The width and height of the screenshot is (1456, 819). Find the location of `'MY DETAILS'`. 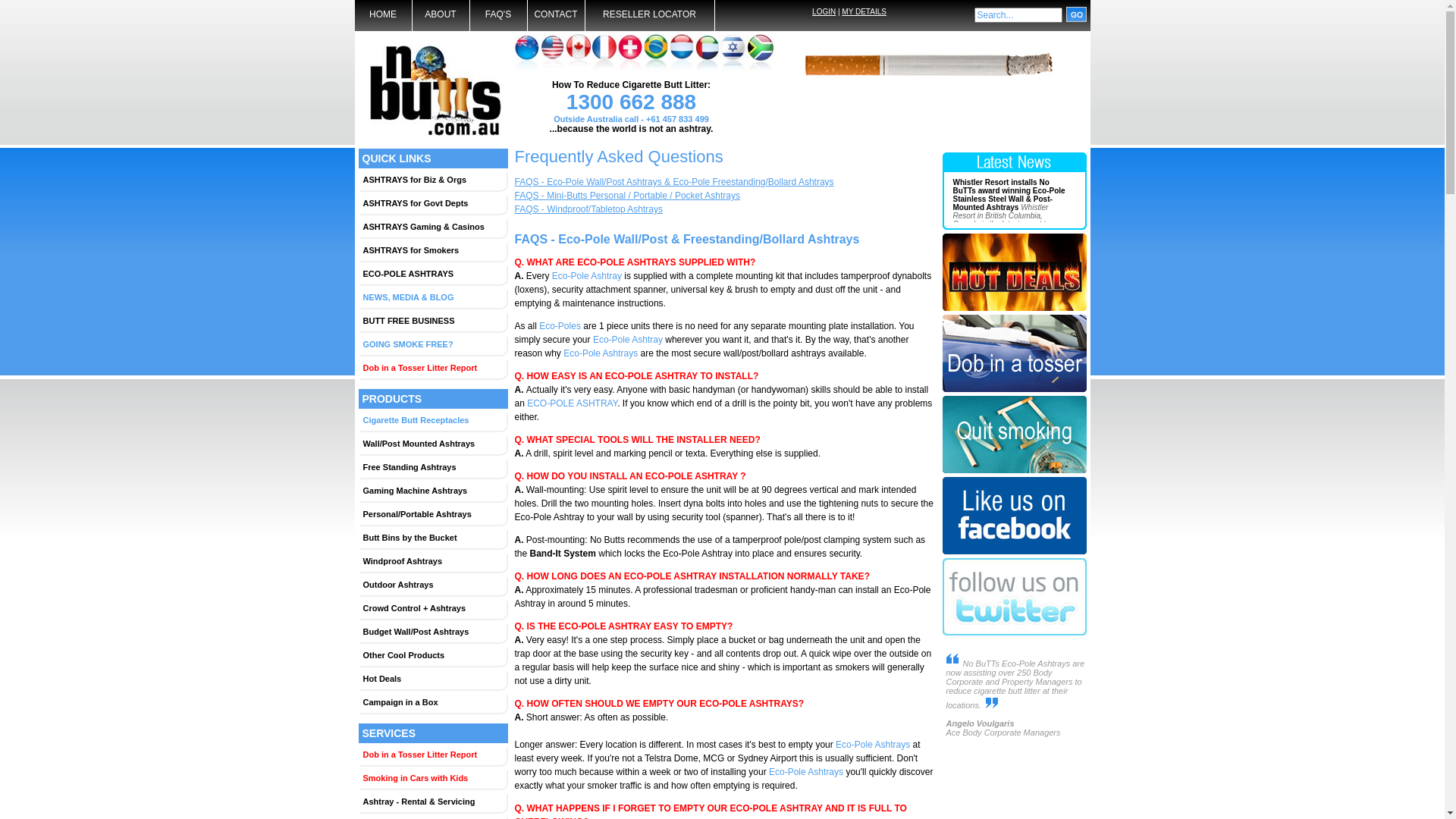

'MY DETAILS' is located at coordinates (864, 11).